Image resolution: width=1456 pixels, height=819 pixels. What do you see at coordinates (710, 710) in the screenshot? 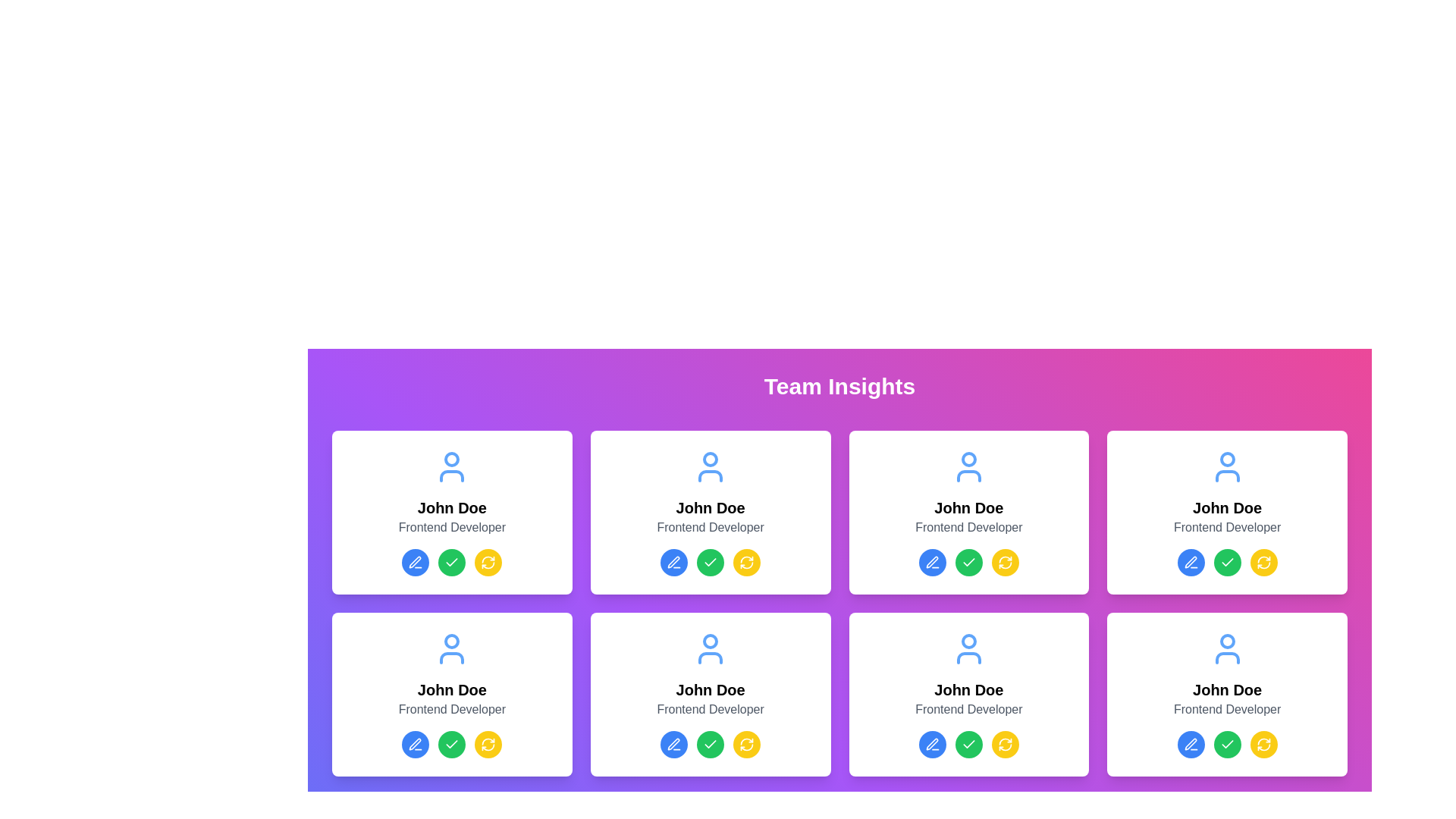
I see `the Text Label reading 'Frontend Developer' styled in gray font, positioned beneath the title 'John Doe' in the card layout` at bounding box center [710, 710].